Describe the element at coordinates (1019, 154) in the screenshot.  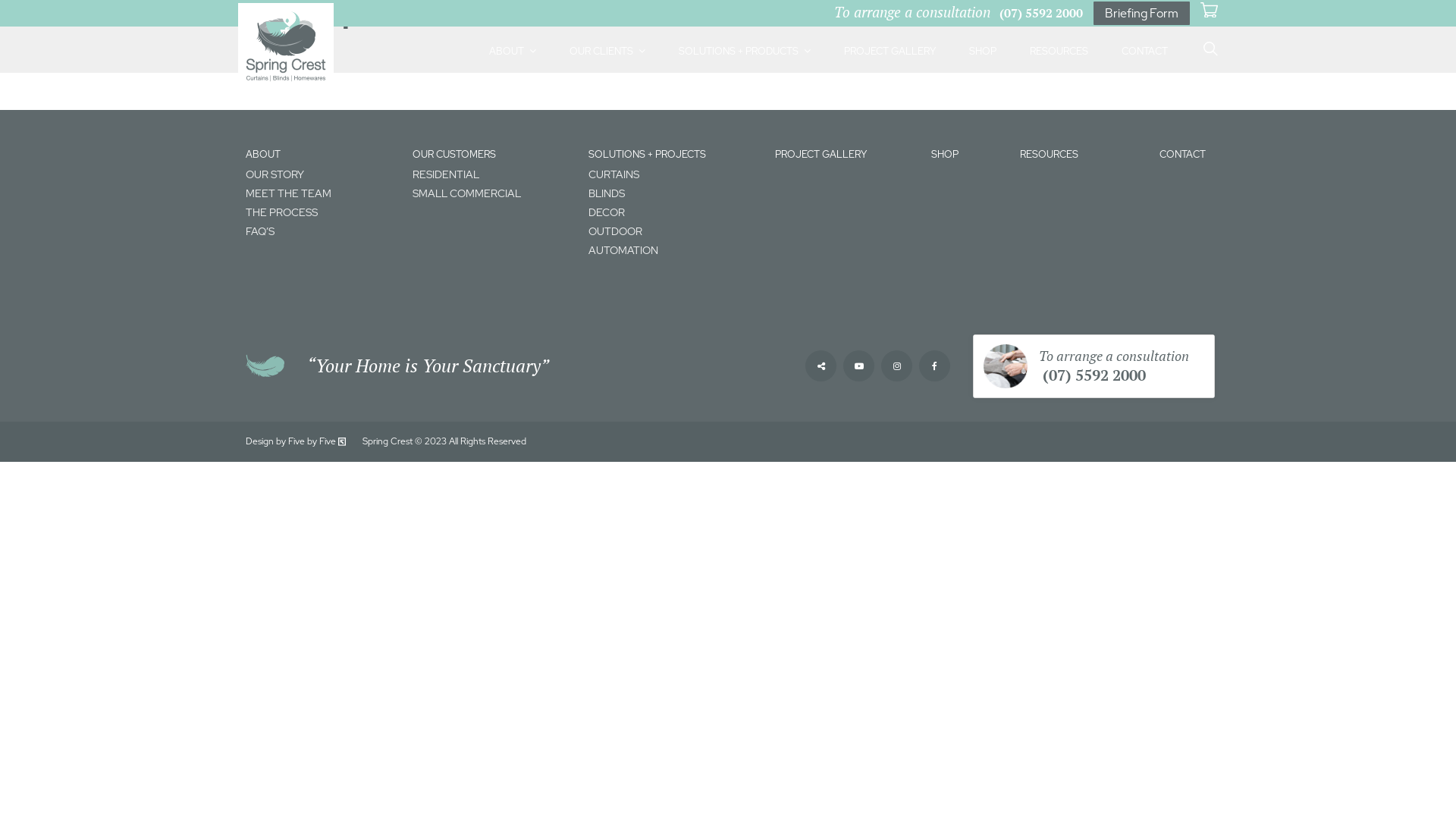
I see `'RESOURCES'` at that location.